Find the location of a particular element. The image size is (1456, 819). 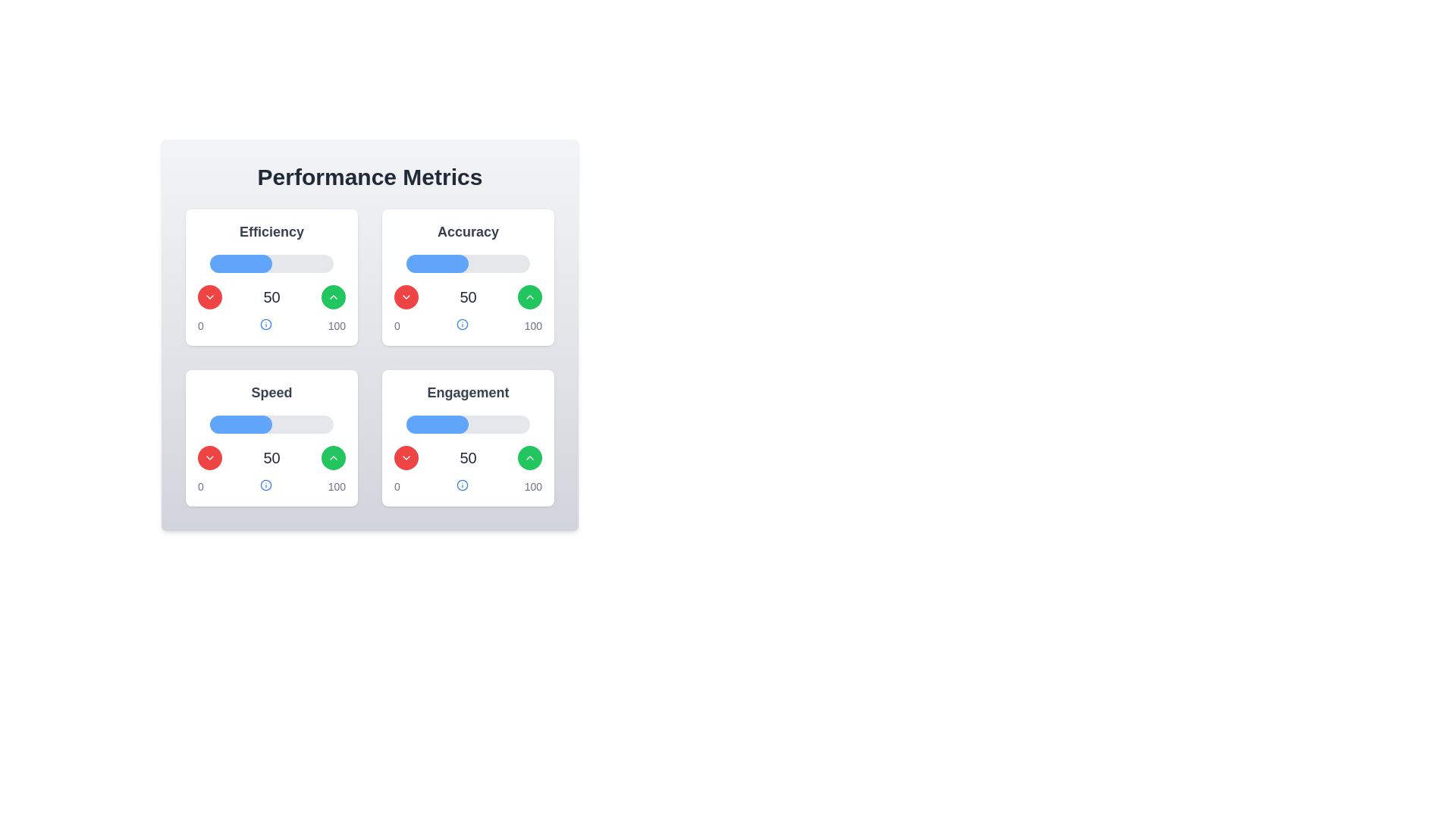

the text display showing the number '50' in bold, dark gray font, located in the 'Accuracy' performance card within the 'Performance Metrics' grid is located at coordinates (467, 297).